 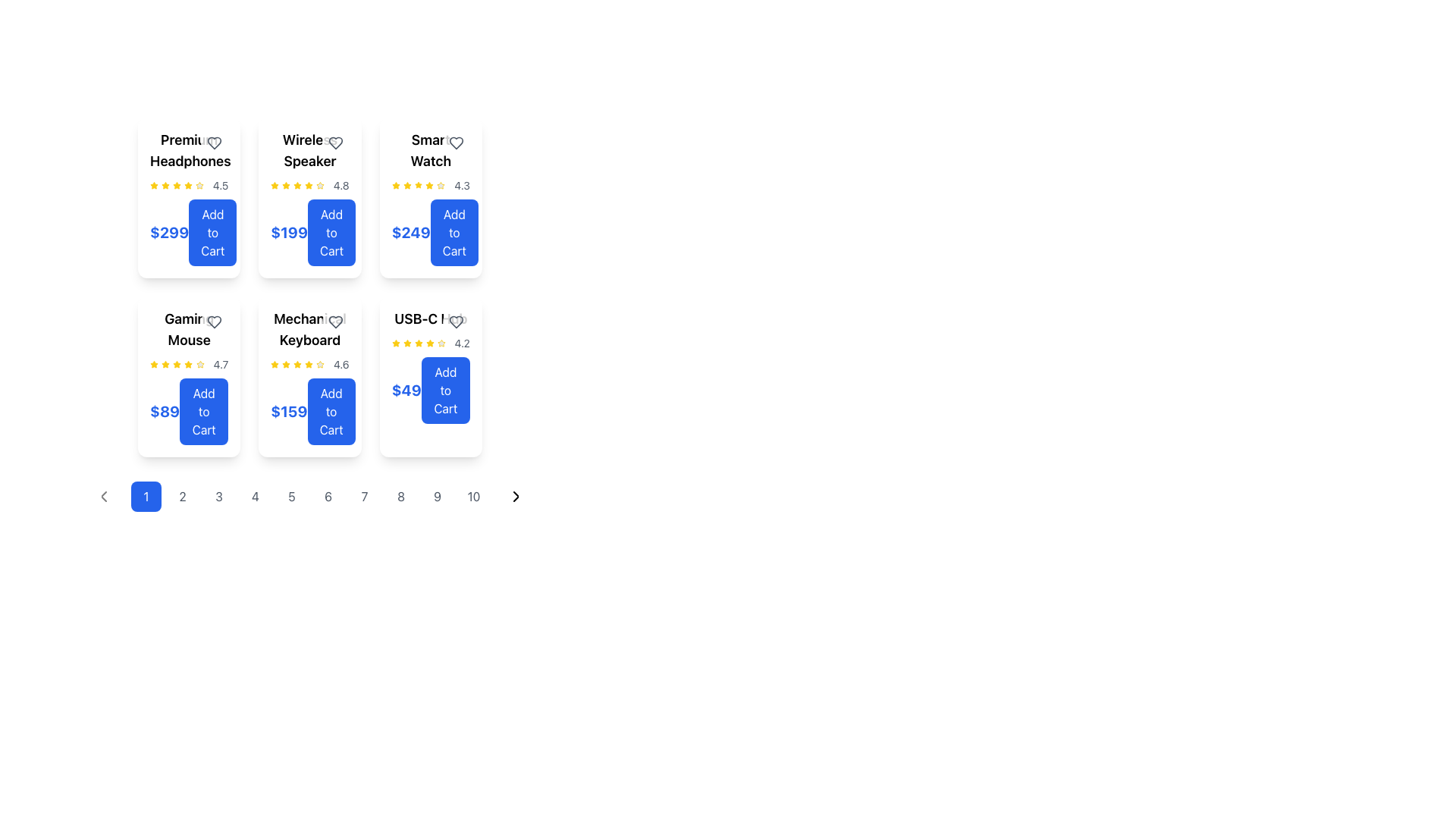 What do you see at coordinates (440, 185) in the screenshot?
I see `the fifth star icon indicating the remaining rating level on the 'Smart Watch' product card, located in the top-right corner of the grid layout` at bounding box center [440, 185].